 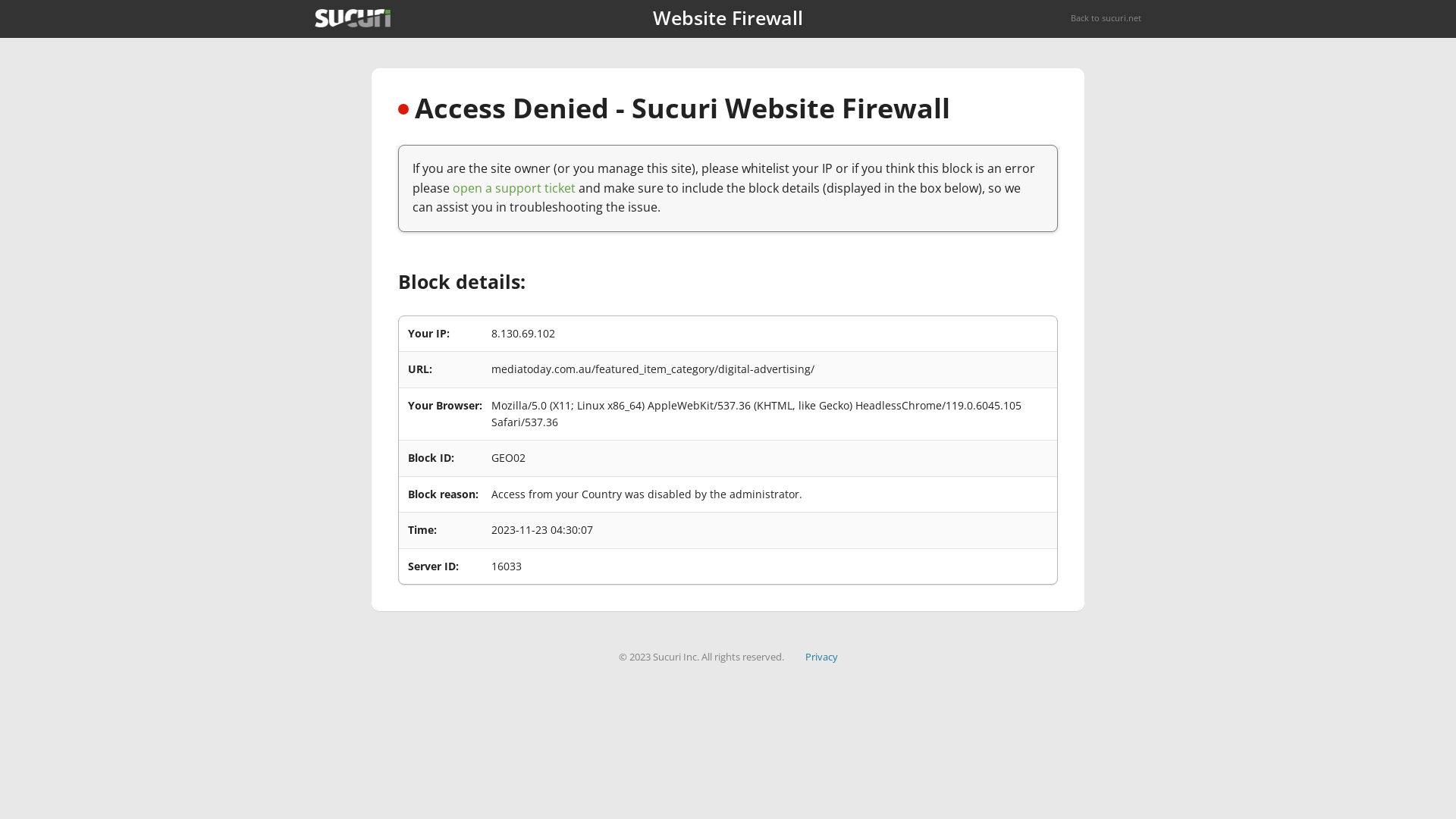 I want to click on 'open a support ticket', so click(x=513, y=187).